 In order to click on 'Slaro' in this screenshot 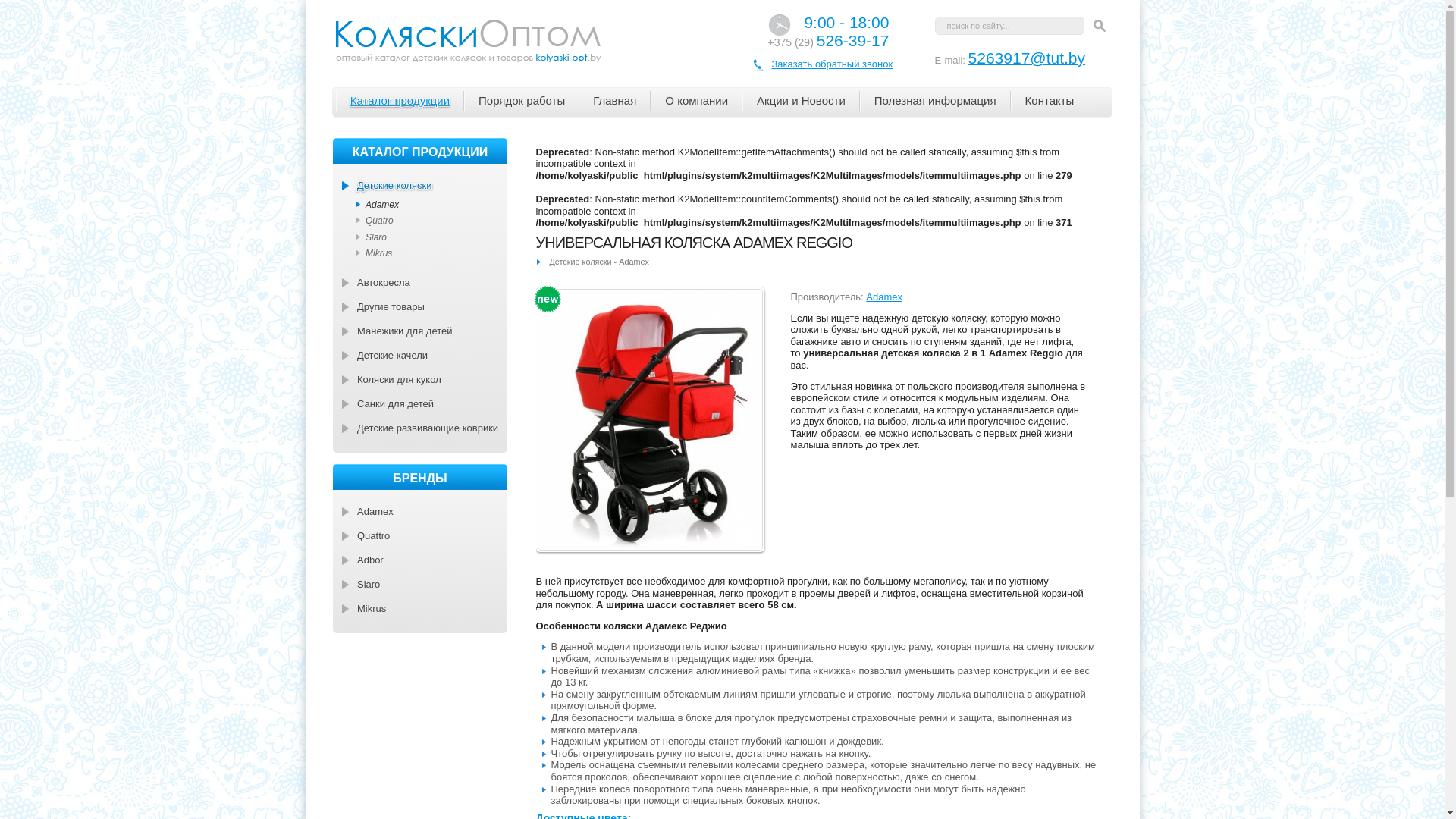, I will do `click(433, 237)`.